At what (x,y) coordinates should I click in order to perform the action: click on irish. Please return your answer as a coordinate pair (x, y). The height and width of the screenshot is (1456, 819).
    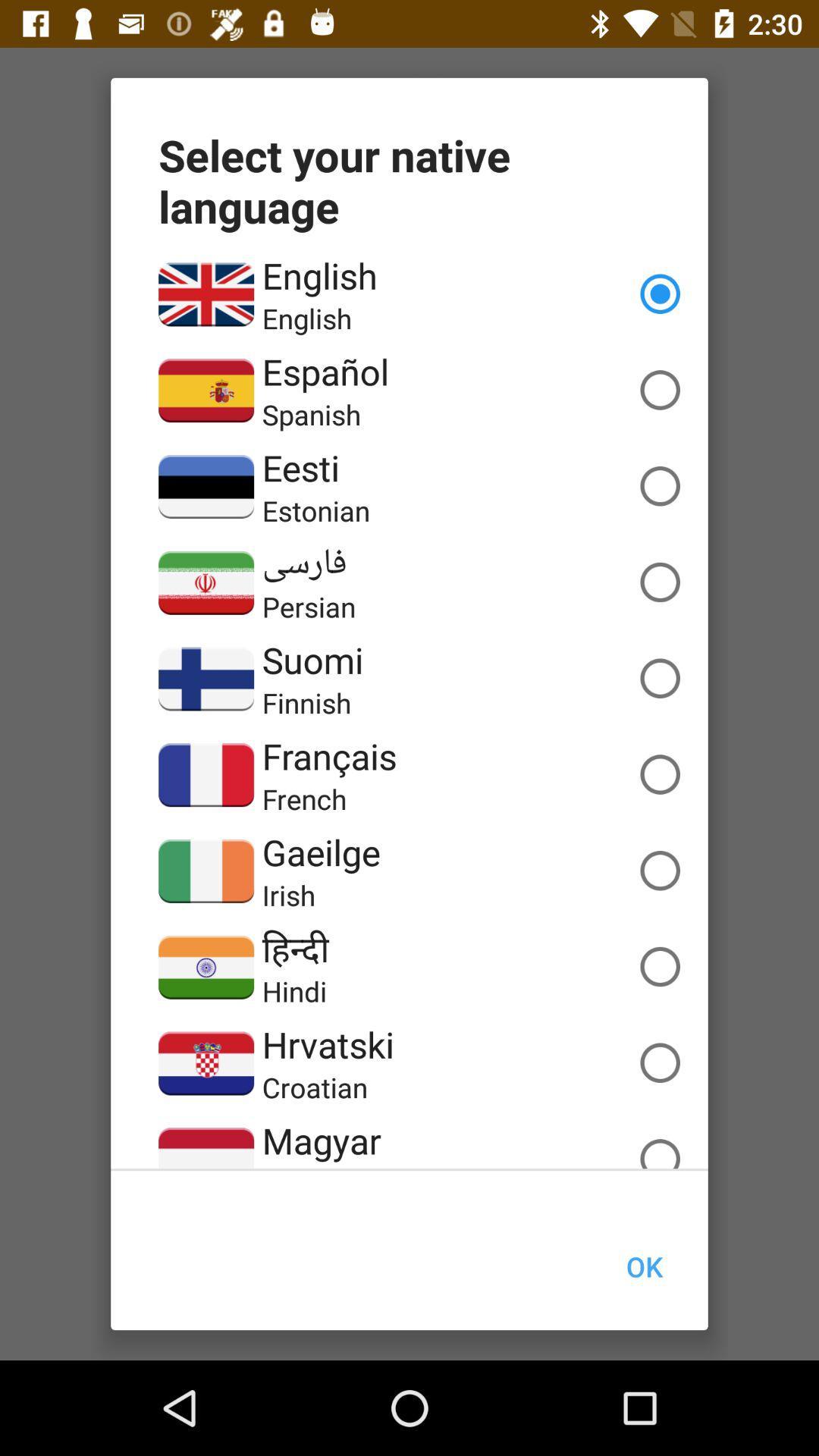
    Looking at the image, I should click on (289, 895).